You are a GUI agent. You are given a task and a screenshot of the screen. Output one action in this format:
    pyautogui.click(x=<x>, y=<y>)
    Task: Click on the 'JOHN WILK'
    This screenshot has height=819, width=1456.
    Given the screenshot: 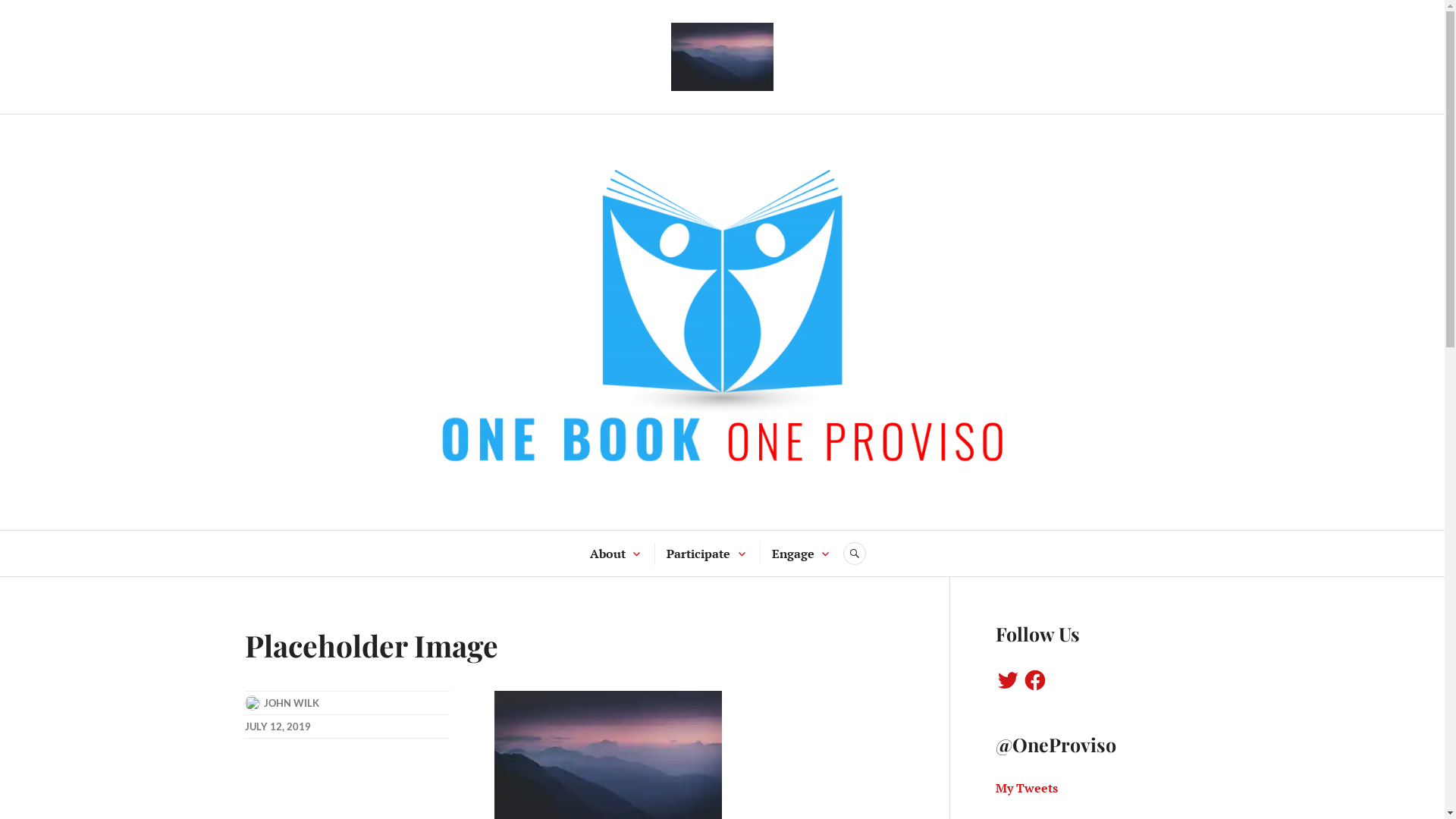 What is the action you would take?
    pyautogui.click(x=291, y=702)
    